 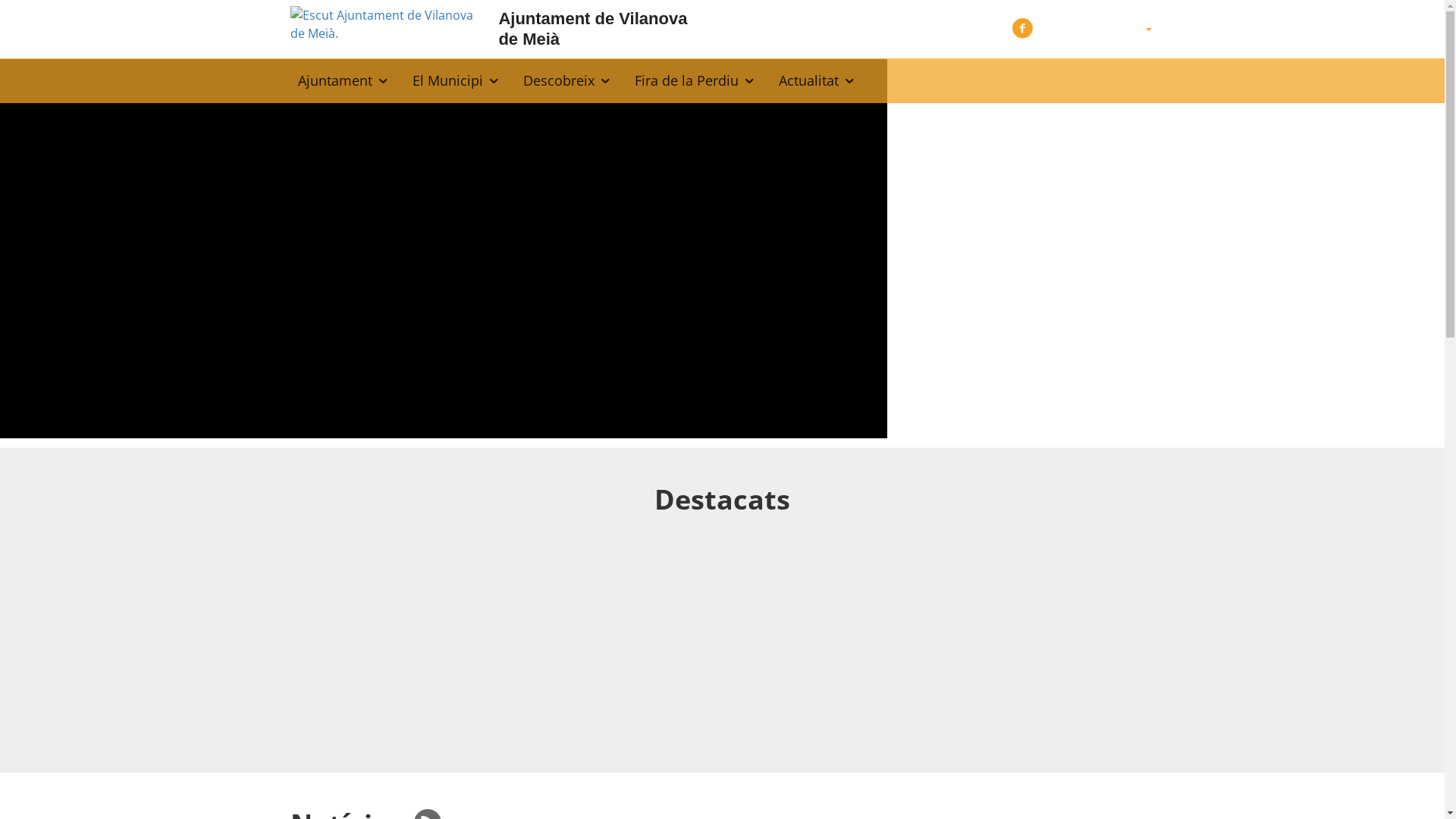 What do you see at coordinates (566, 80) in the screenshot?
I see `'Descobreix'` at bounding box center [566, 80].